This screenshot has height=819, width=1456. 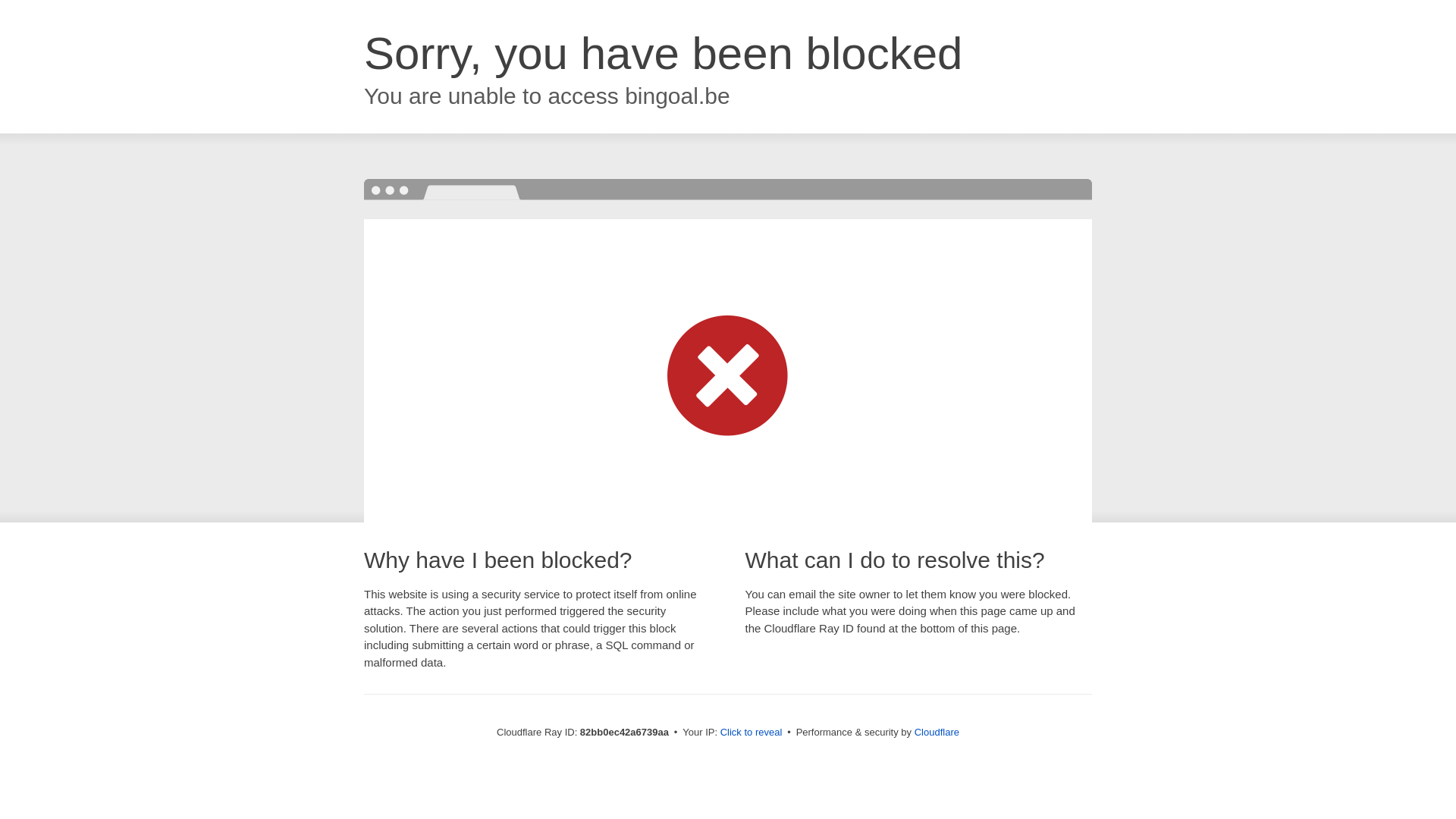 I want to click on 'Cloudflare', so click(x=936, y=731).